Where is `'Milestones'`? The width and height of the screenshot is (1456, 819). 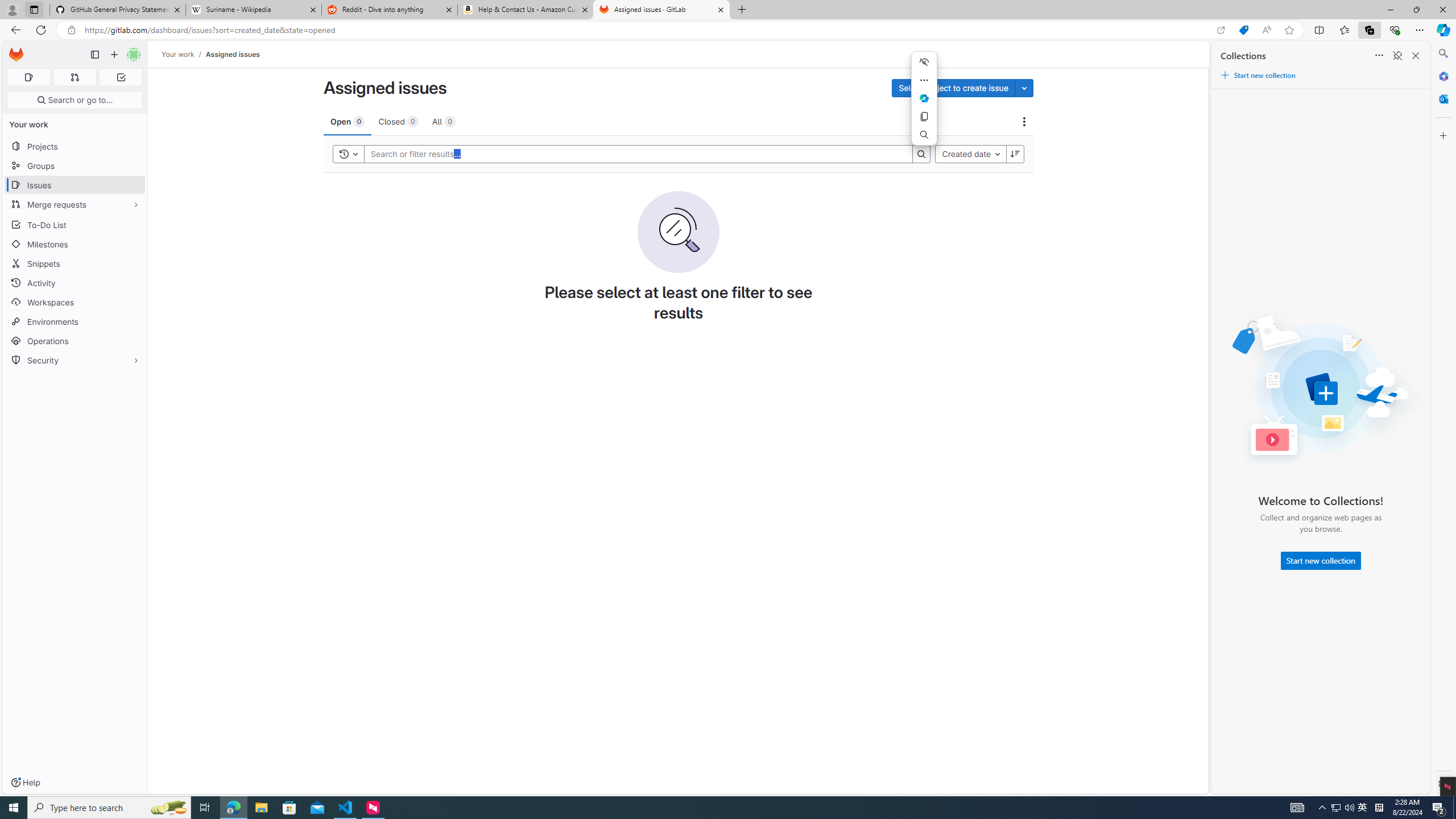
'Milestones' is located at coordinates (74, 243).